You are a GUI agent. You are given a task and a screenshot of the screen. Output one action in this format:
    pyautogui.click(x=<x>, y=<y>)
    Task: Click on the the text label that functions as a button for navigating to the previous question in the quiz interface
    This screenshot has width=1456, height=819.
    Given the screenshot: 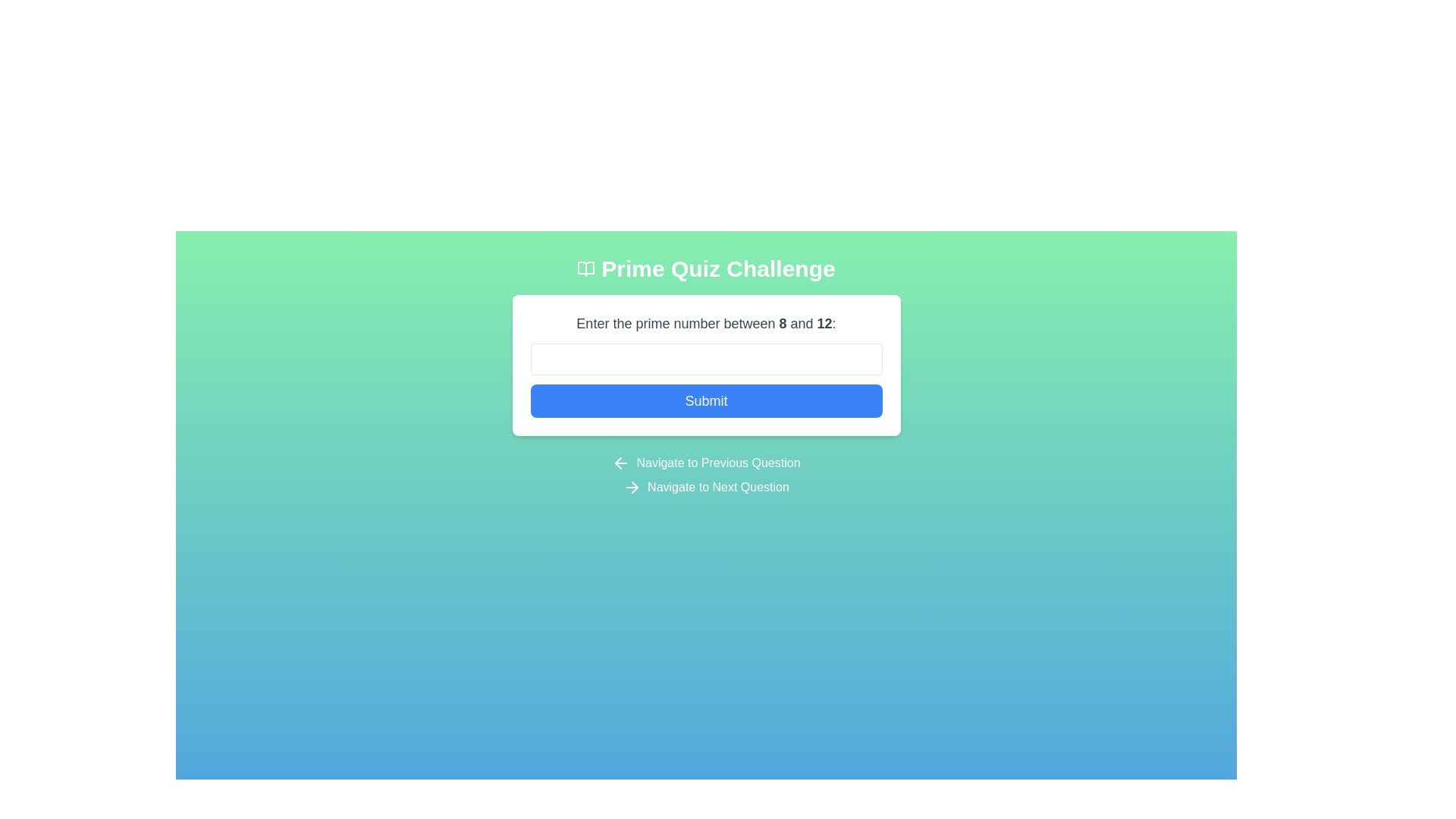 What is the action you would take?
    pyautogui.click(x=717, y=462)
    